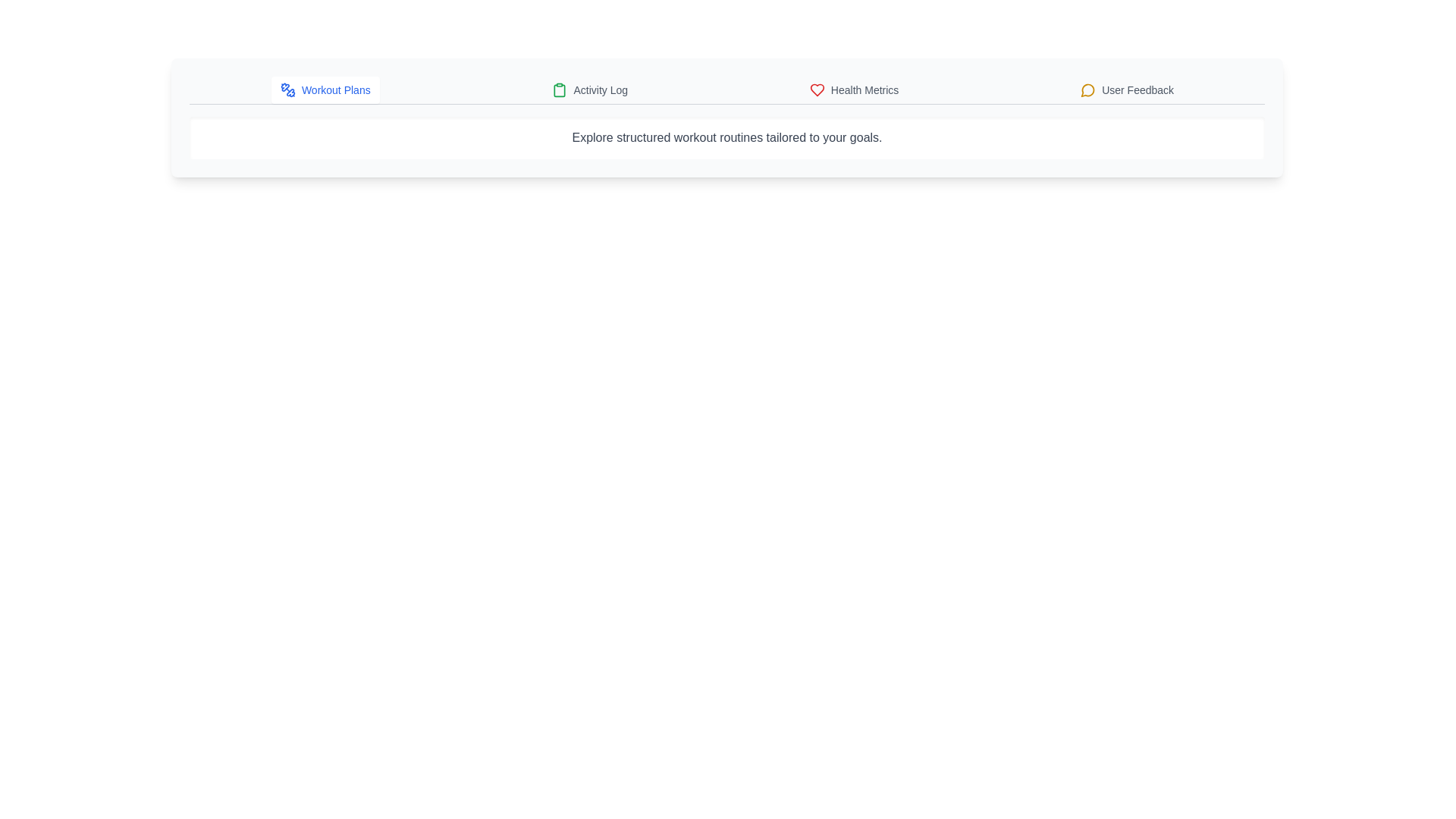 This screenshot has width=1456, height=819. Describe the element at coordinates (816, 90) in the screenshot. I see `the heart-shaped outline icon representing a 'like' or favorite action in the 'Health Metrics' section of the navigation menu` at that location.